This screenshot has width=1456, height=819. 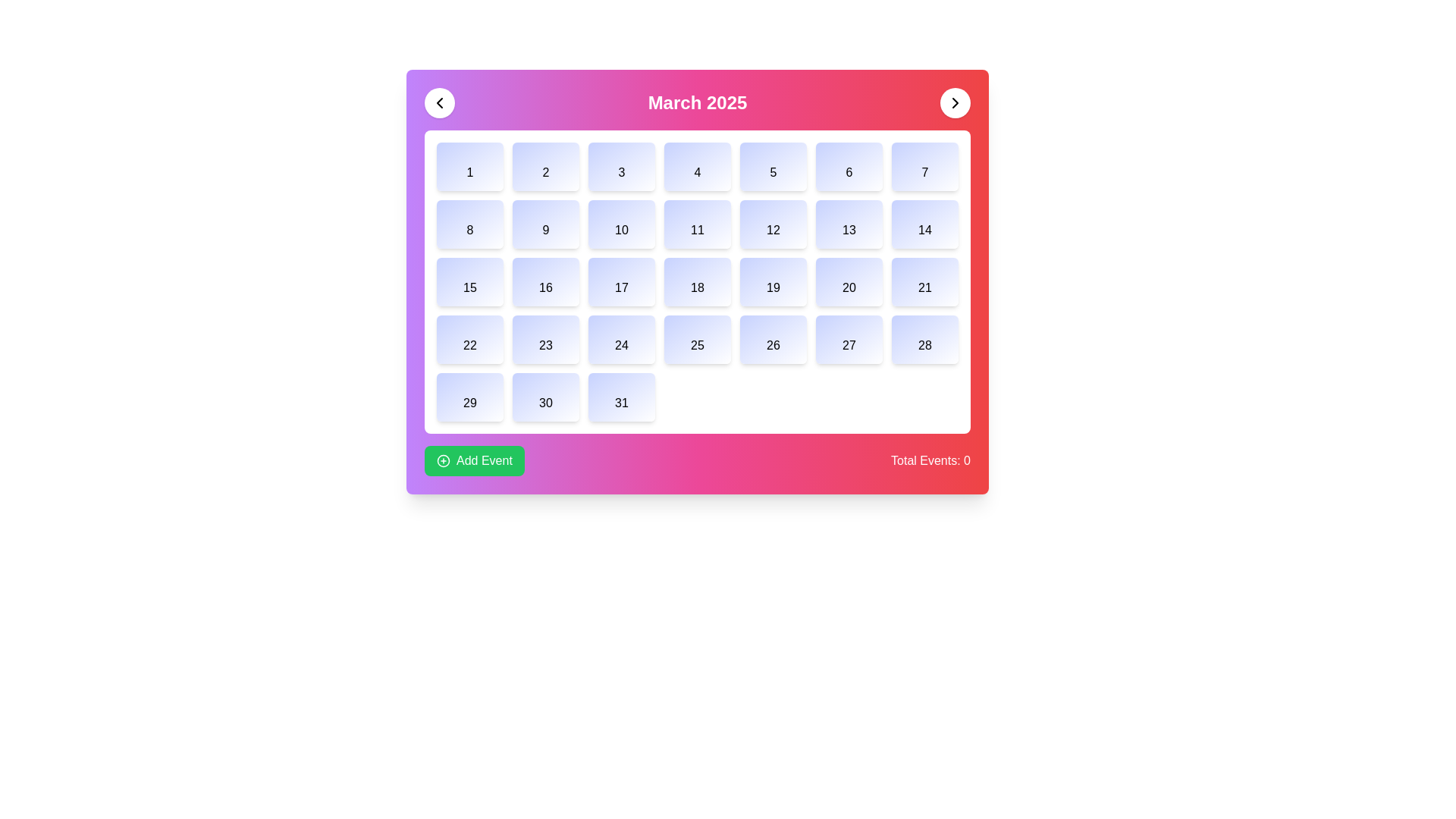 I want to click on the calendar day box displaying the number '8', so click(x=469, y=224).